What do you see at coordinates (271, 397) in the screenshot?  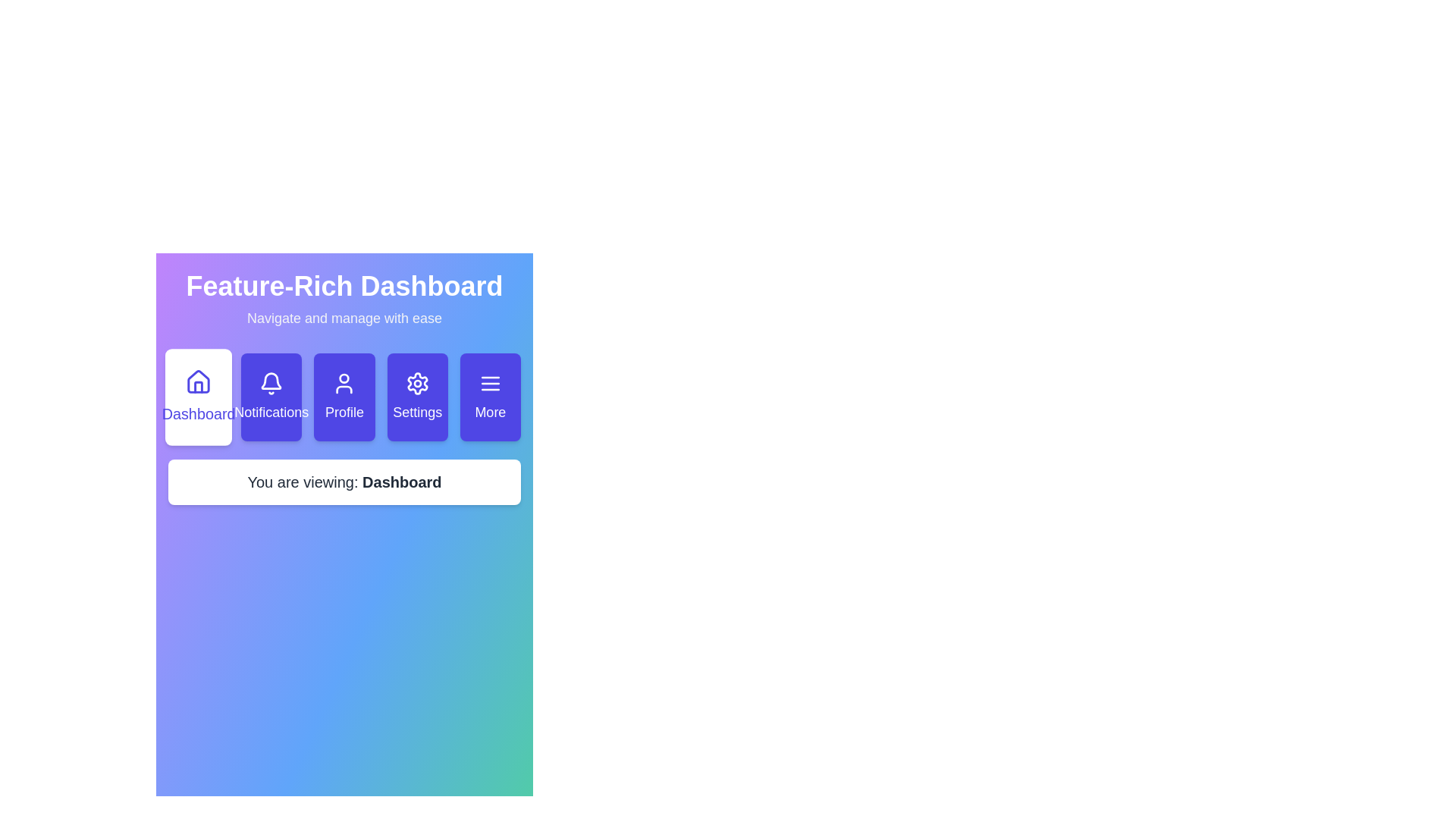 I see `the 'Notifications' button, which is styled as a rounded rectangle with a vibrant indigo background and white text` at bounding box center [271, 397].